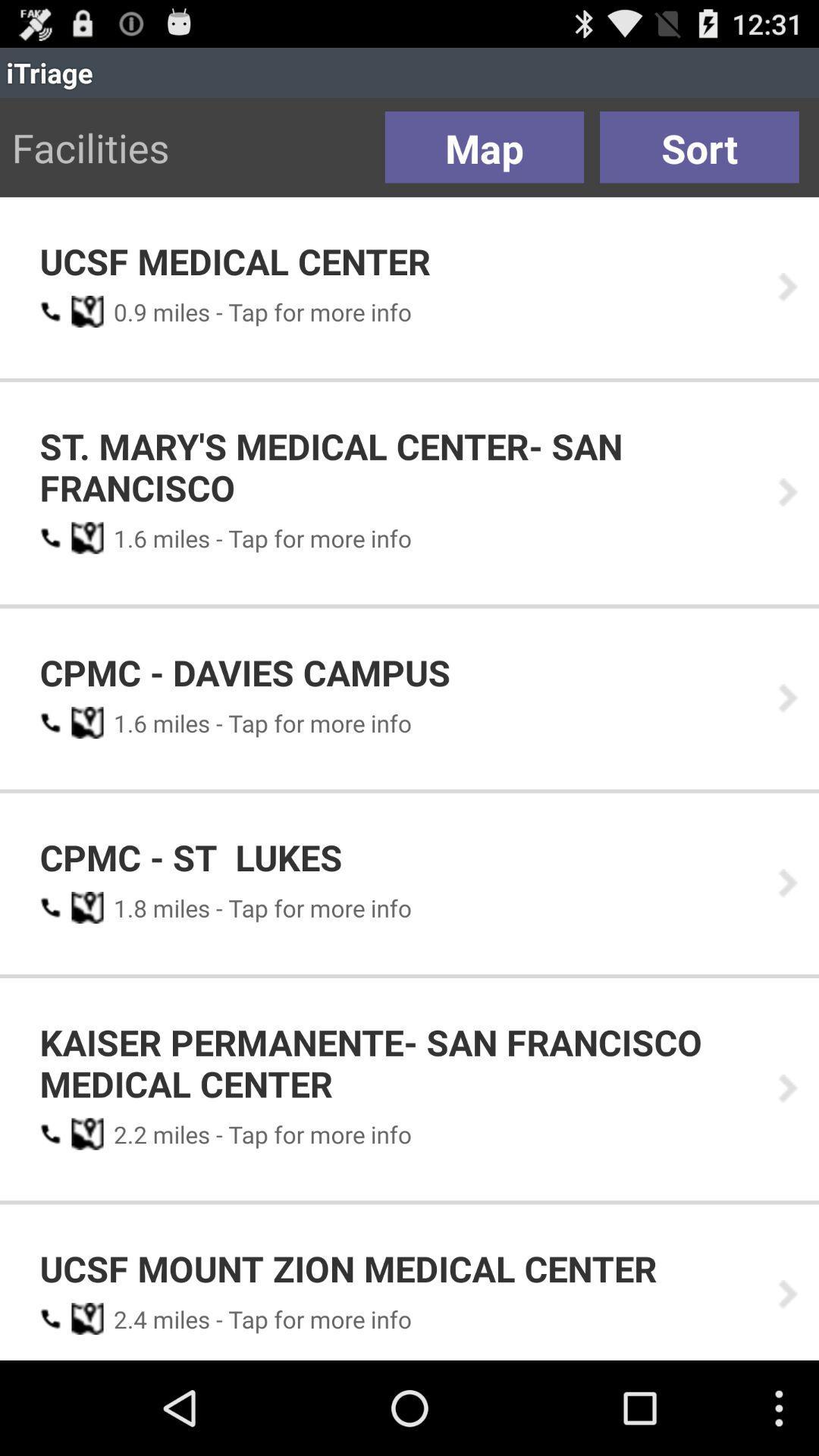 This screenshot has height=1456, width=819. I want to click on the app next to the miles tap for app, so click(124, 311).